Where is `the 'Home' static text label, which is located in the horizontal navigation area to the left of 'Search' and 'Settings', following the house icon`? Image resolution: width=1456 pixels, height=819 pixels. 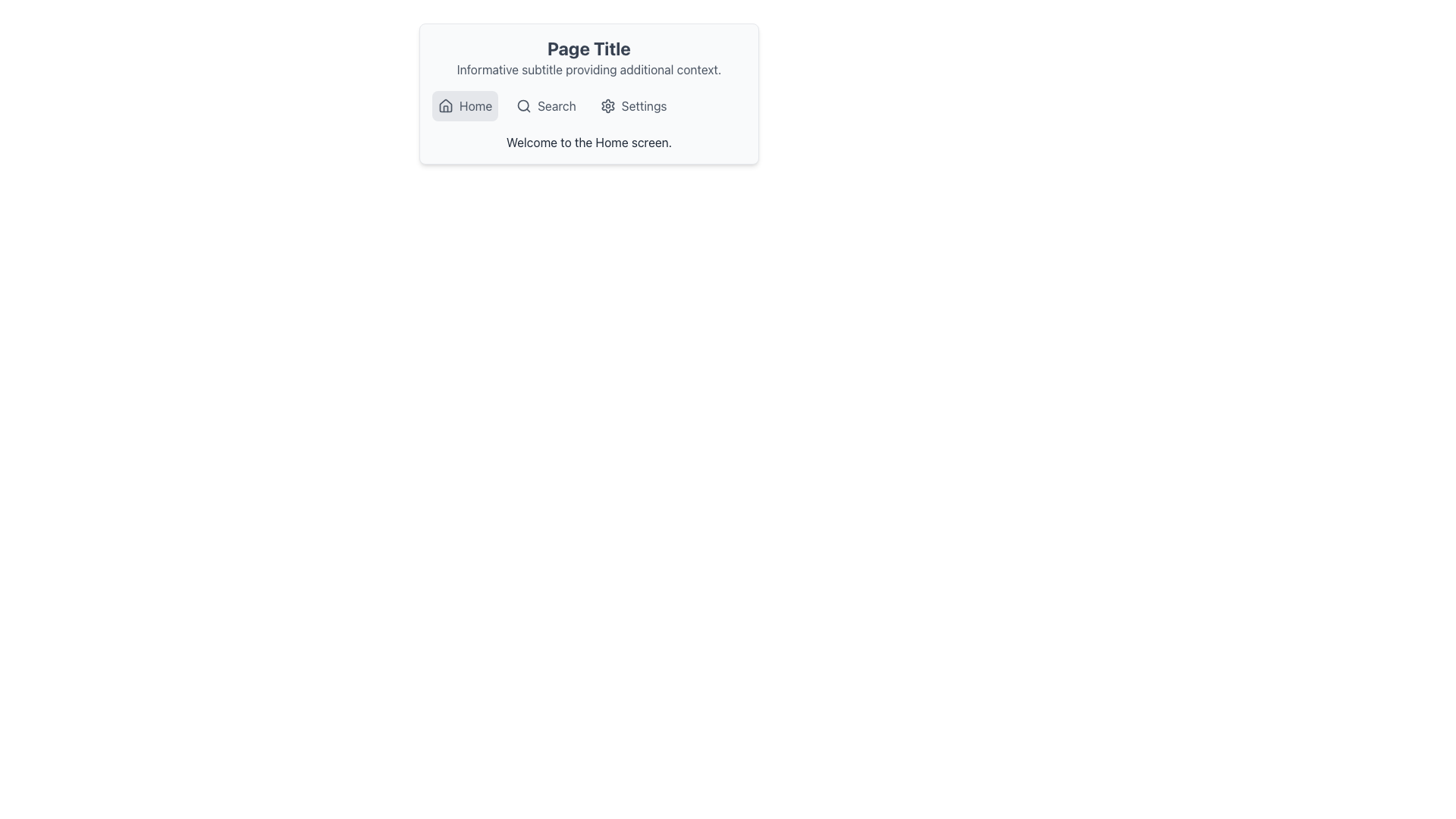 the 'Home' static text label, which is located in the horizontal navigation area to the left of 'Search' and 'Settings', following the house icon is located at coordinates (475, 105).